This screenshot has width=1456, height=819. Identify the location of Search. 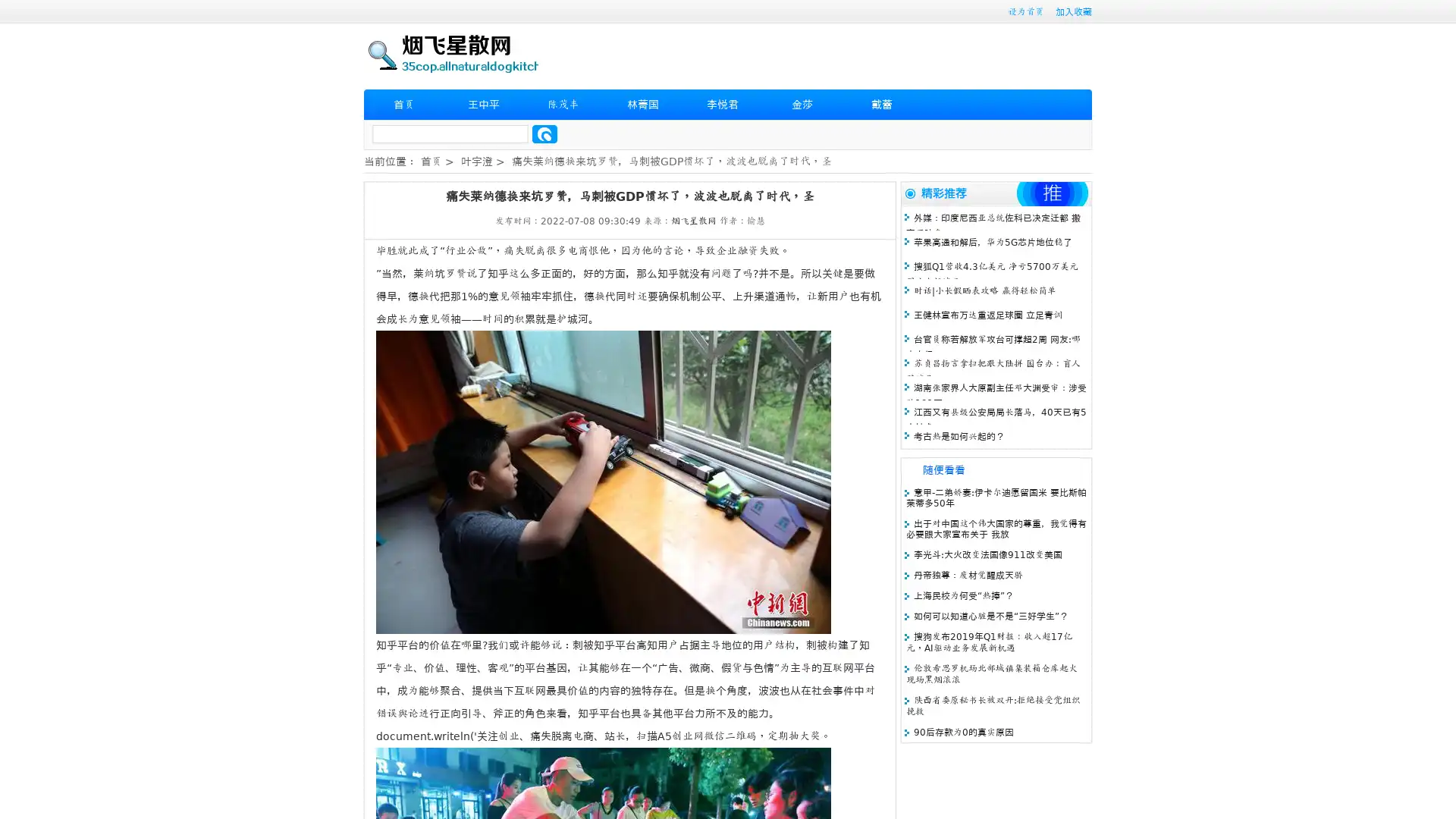
(544, 133).